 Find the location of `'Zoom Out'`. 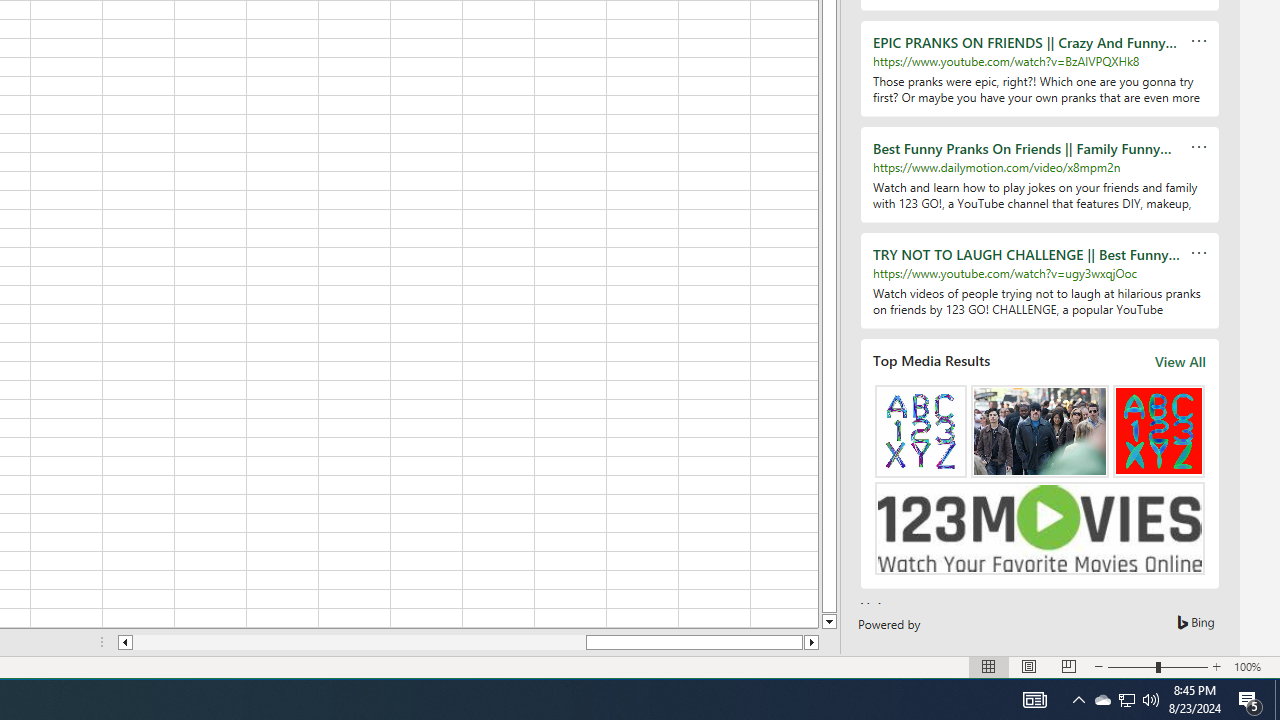

'Zoom Out' is located at coordinates (1132, 667).